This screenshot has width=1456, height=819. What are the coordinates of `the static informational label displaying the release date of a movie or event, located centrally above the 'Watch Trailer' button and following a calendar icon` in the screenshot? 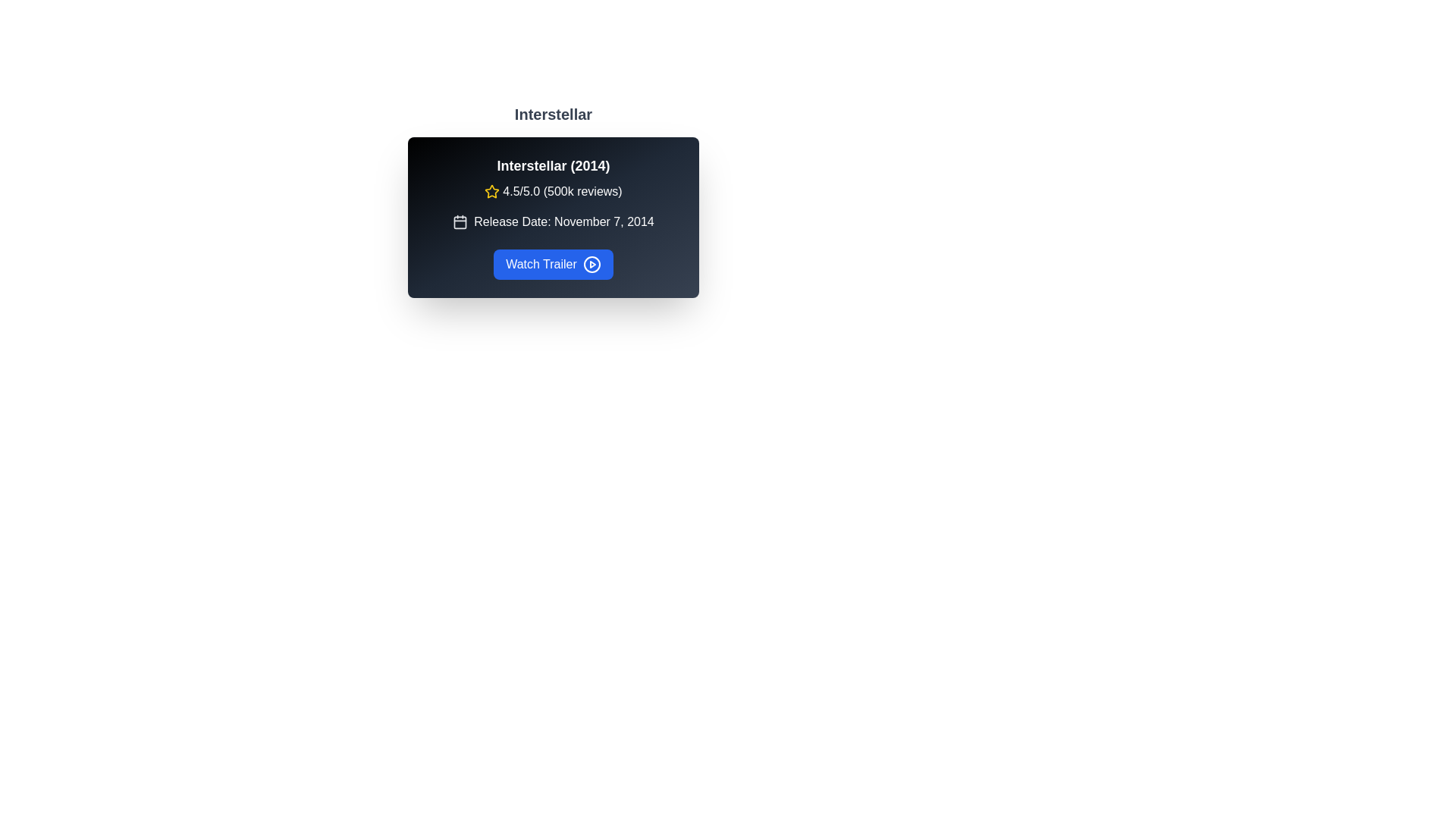 It's located at (563, 222).